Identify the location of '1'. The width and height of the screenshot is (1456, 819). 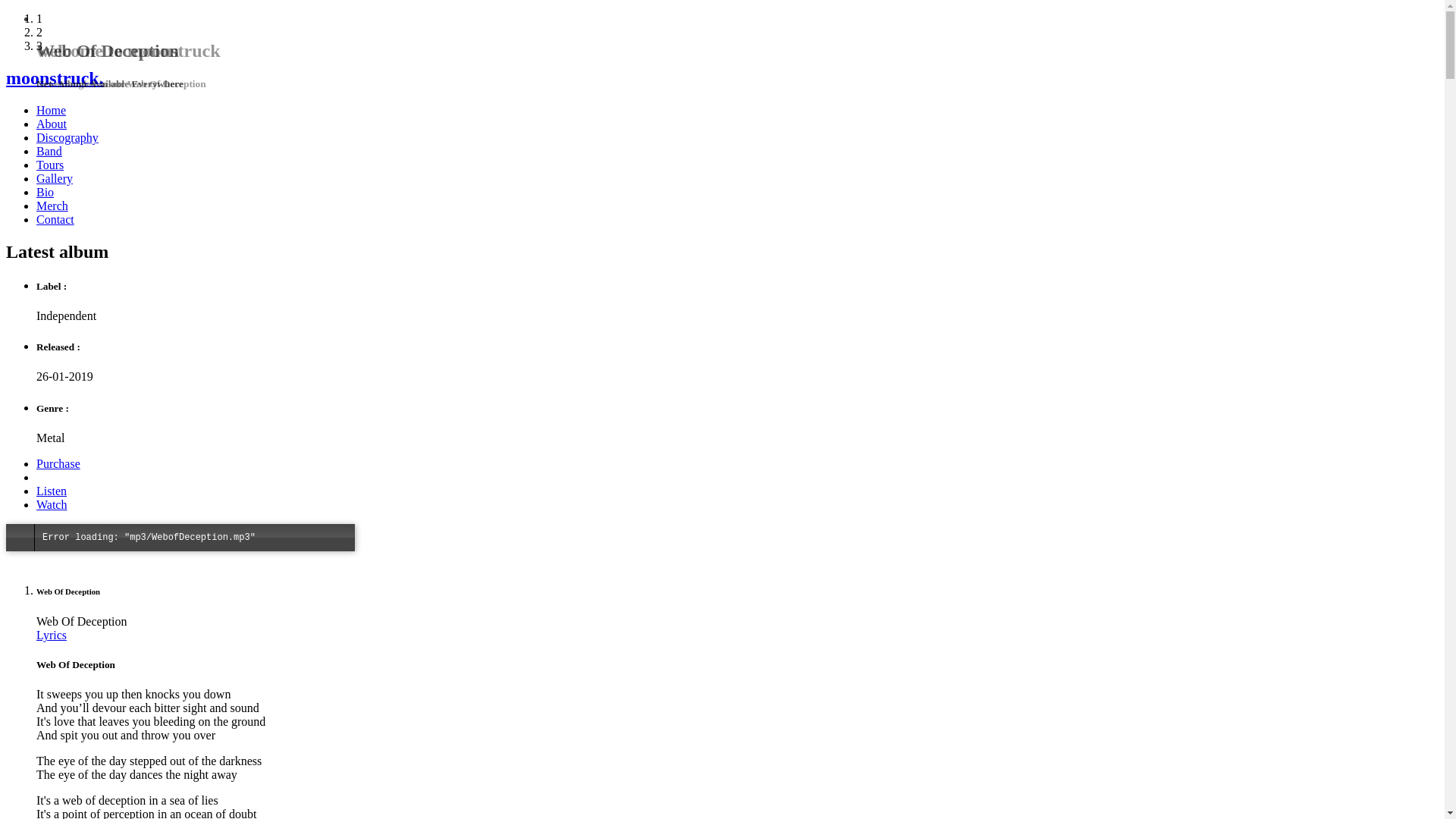
(39, 18).